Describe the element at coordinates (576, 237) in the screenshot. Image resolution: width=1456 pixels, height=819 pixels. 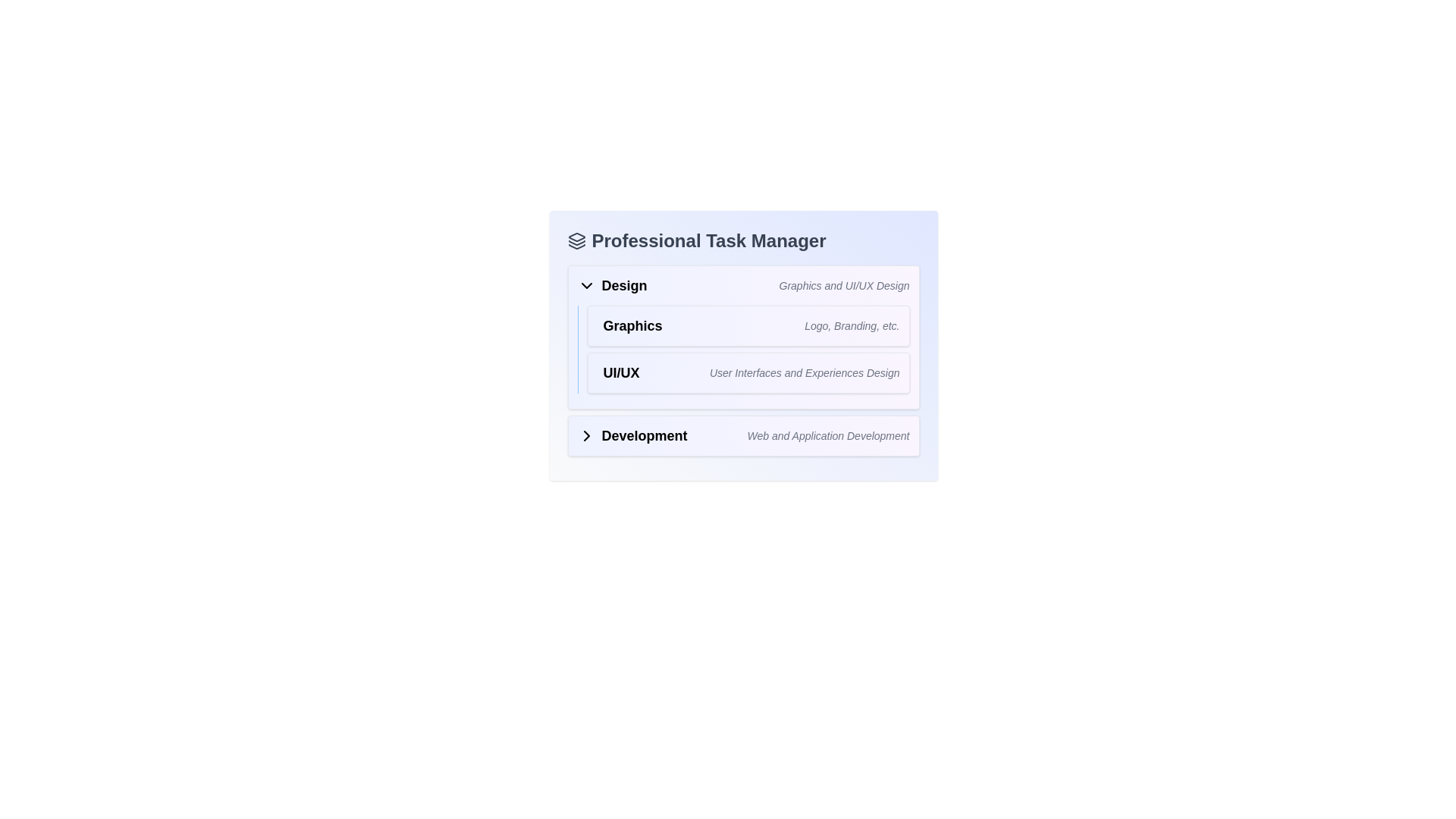
I see `the topmost icon in the Professional Task Manager section, which is part of a vertical stack of three geometric elements` at that location.